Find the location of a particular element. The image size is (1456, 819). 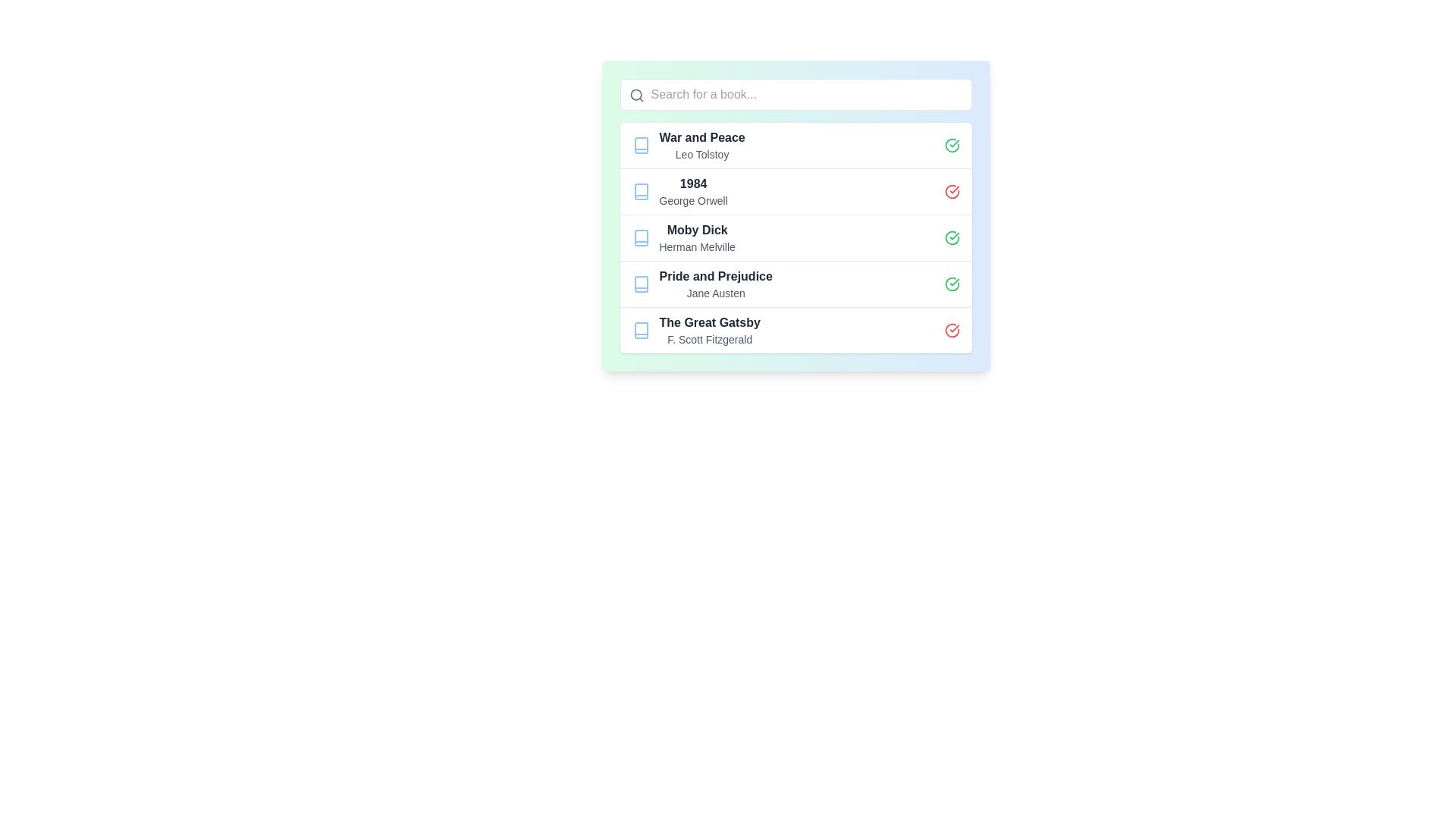

the circular icon with a green border containing a checkmark symbol, located at the far-right end of the row labeled 'Pride and Prejudice' by 'Jane Austen' is located at coordinates (951, 284).